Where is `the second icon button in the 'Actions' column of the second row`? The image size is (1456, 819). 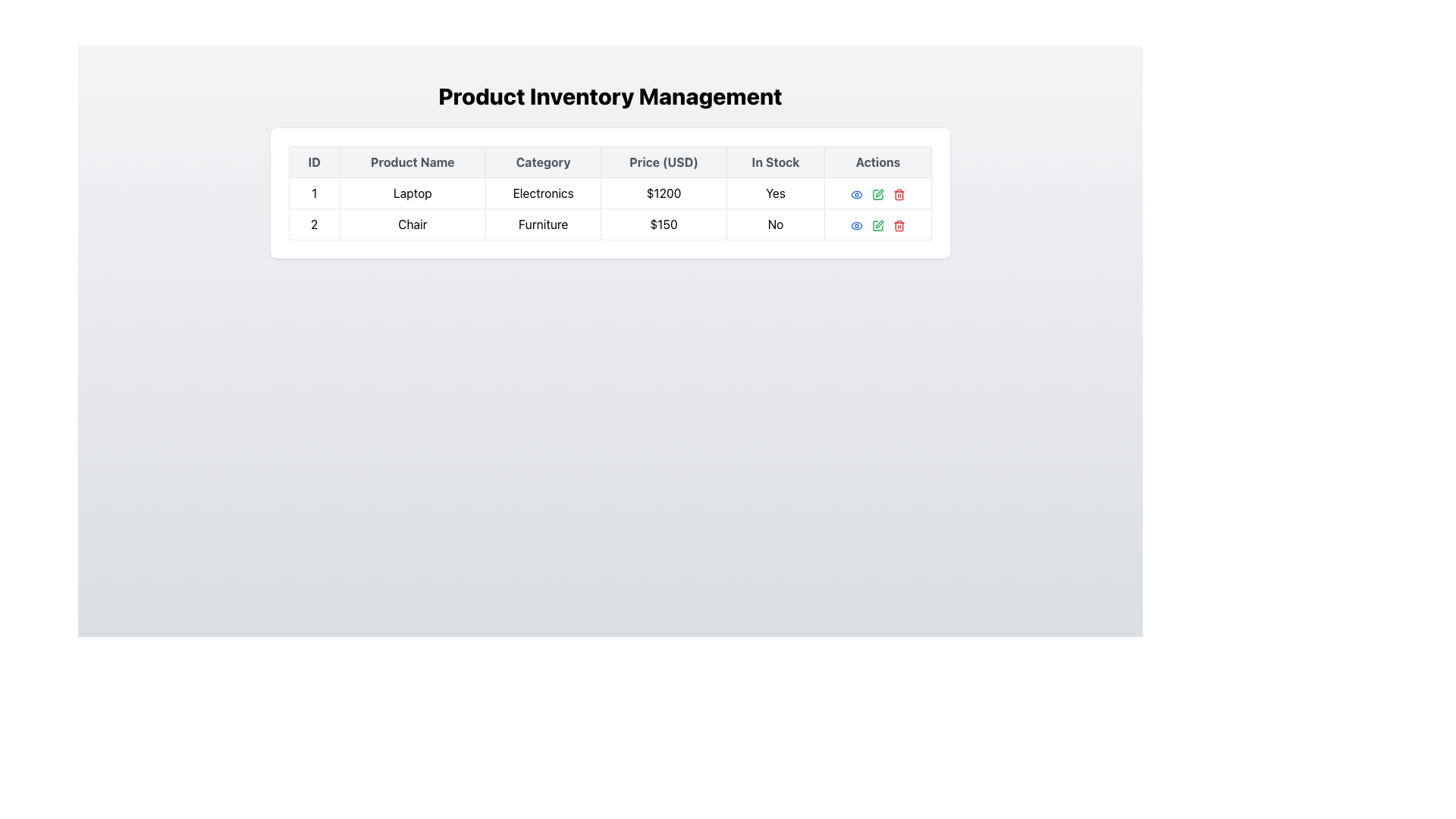 the second icon button in the 'Actions' column of the second row is located at coordinates (877, 225).